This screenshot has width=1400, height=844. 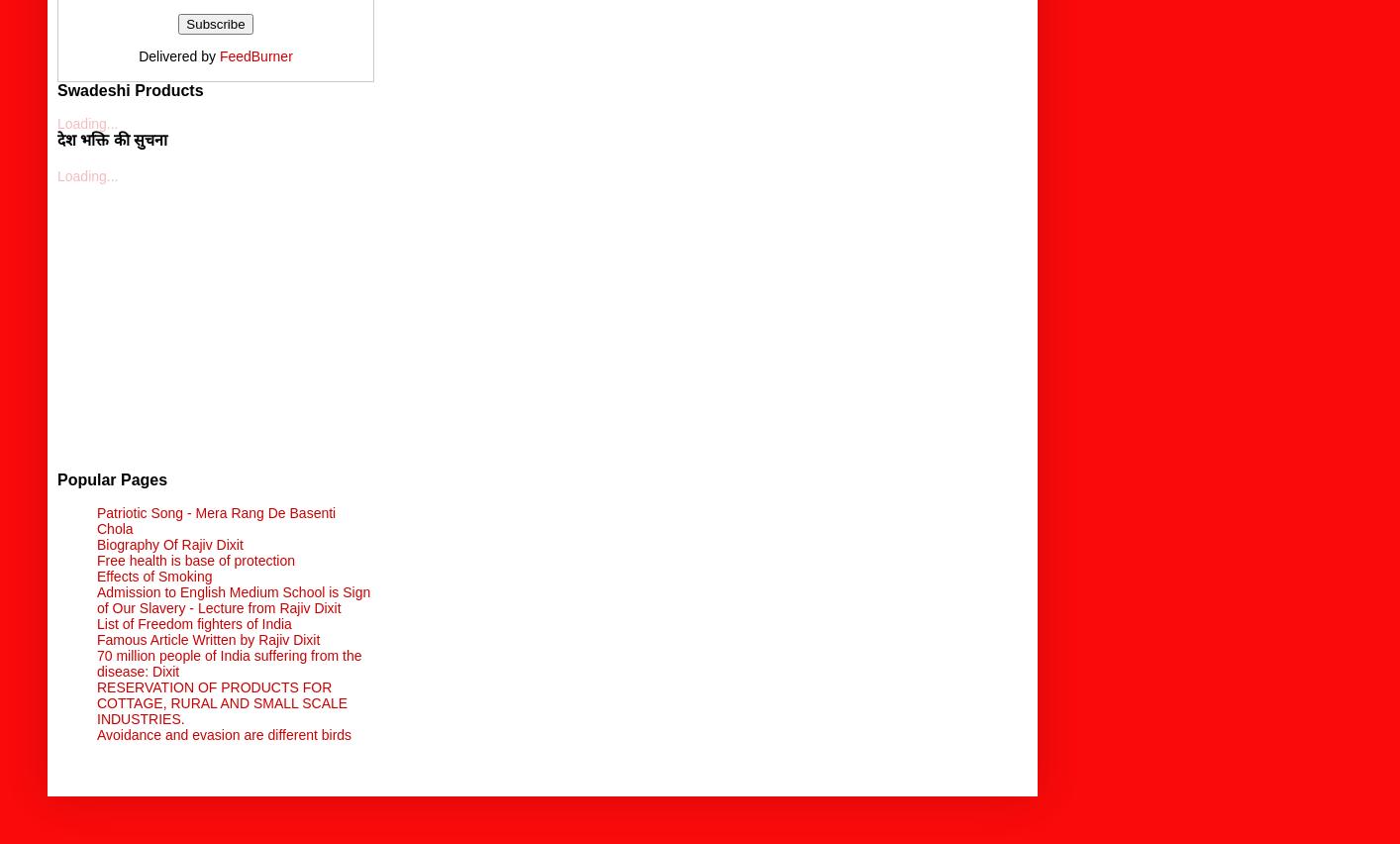 What do you see at coordinates (207, 637) in the screenshot?
I see `'Famous Article Written by Rajiv Dixit'` at bounding box center [207, 637].